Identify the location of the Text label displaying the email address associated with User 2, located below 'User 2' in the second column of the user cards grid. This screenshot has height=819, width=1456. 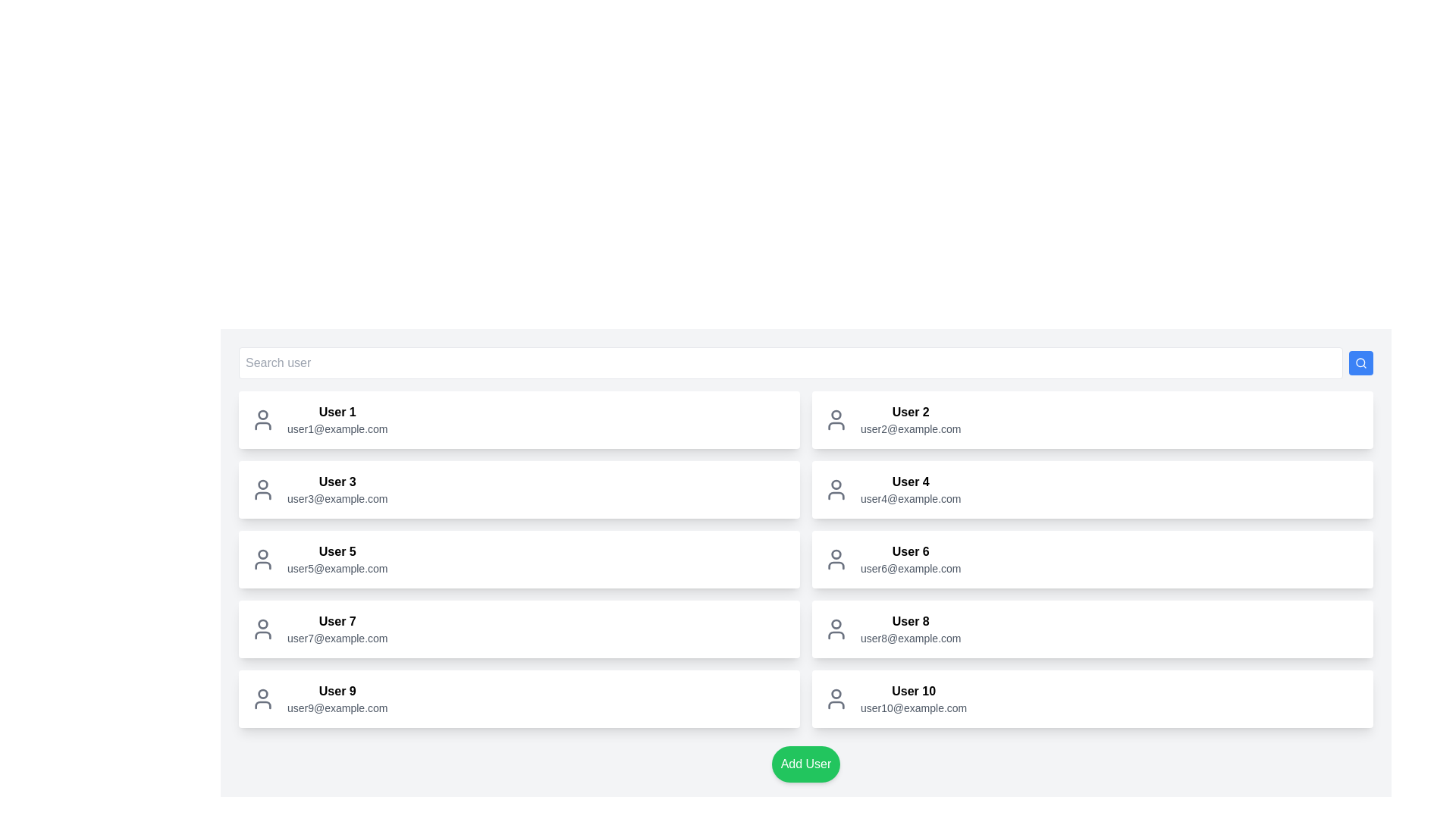
(910, 429).